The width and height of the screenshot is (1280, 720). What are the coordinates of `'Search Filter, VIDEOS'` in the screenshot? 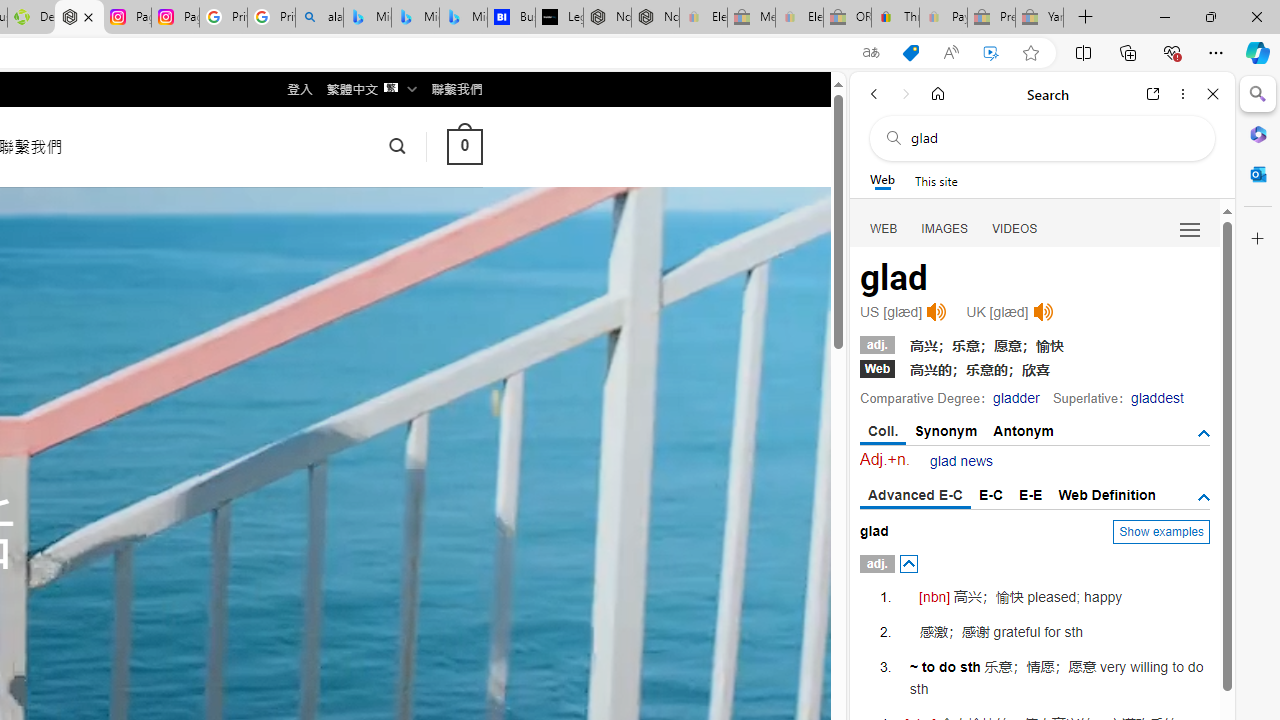 It's located at (1015, 227).